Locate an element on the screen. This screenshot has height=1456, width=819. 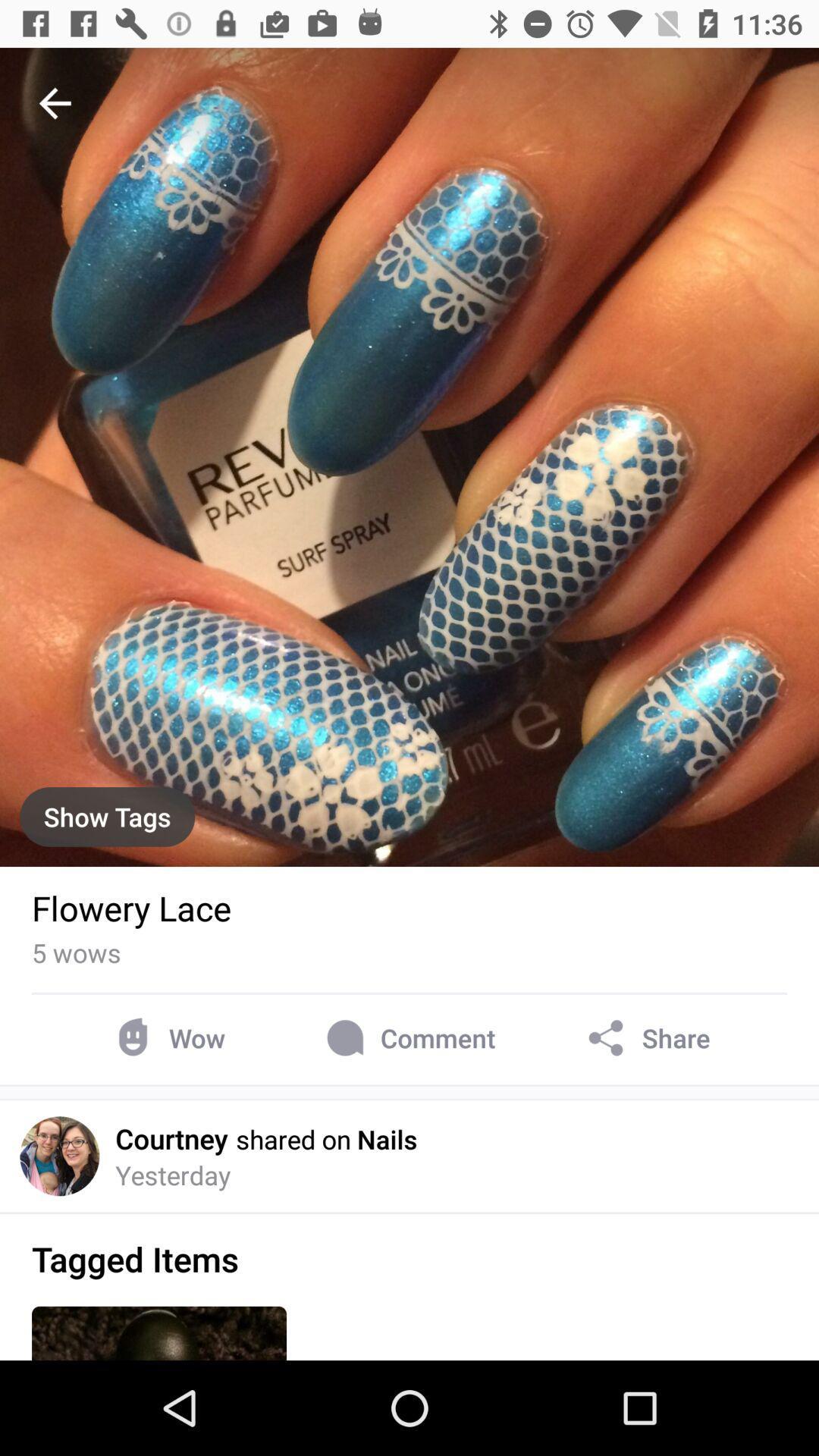
the share item is located at coordinates (646, 1037).